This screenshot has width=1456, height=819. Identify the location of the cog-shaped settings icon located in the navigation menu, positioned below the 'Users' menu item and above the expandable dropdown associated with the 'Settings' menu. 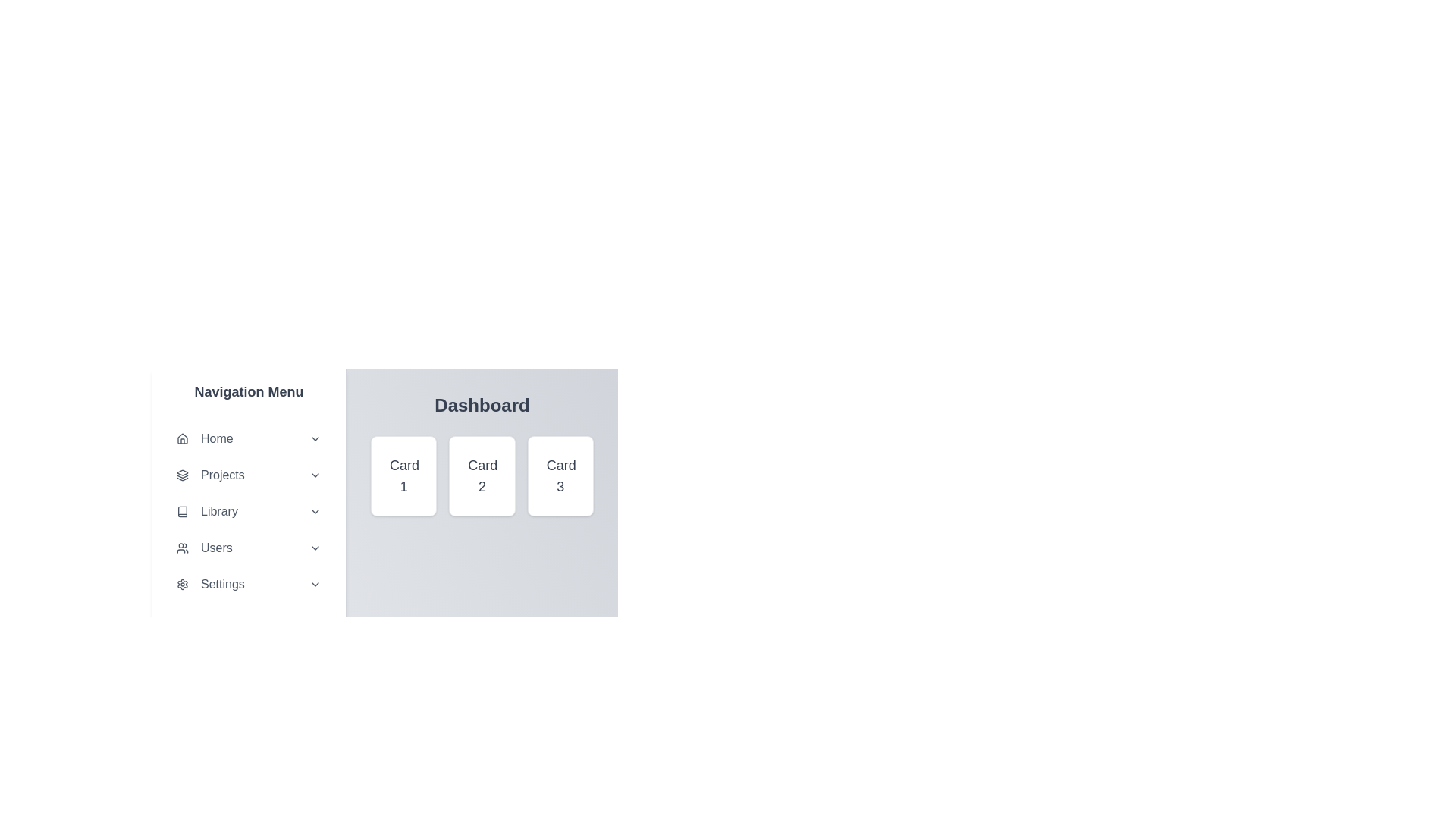
(182, 584).